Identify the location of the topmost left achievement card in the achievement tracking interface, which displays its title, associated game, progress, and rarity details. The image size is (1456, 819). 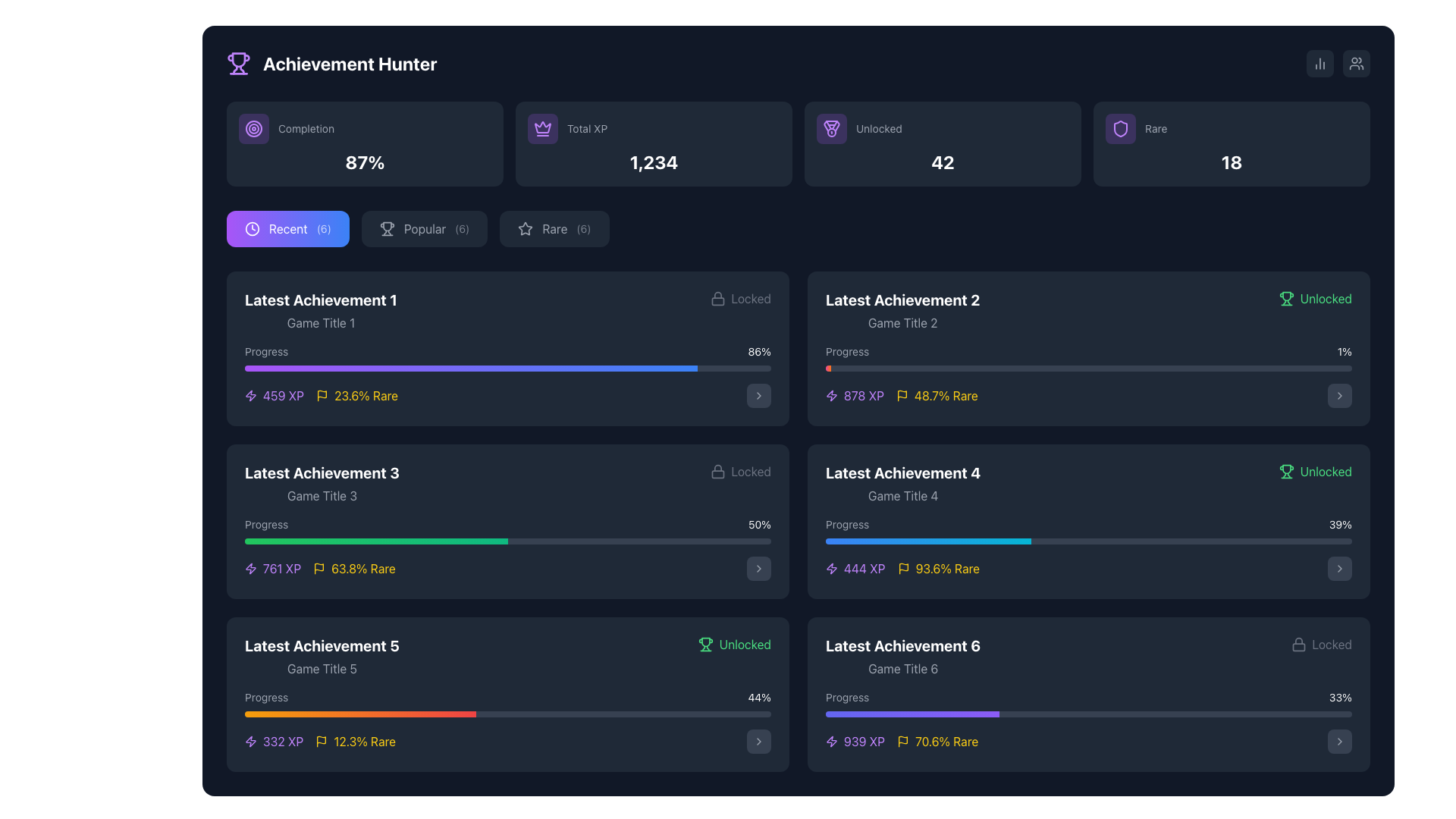
(508, 348).